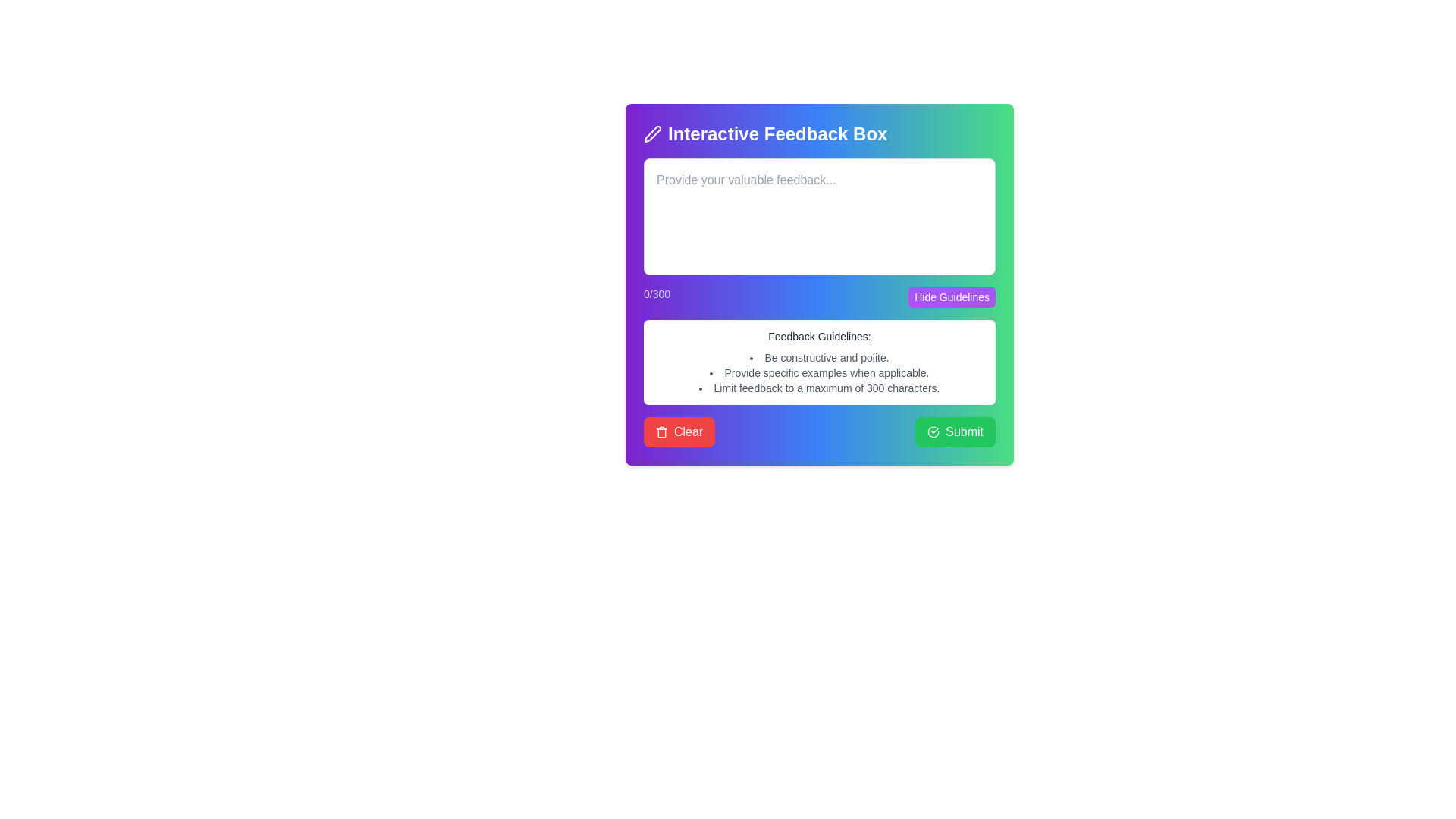  Describe the element at coordinates (818, 388) in the screenshot. I see `the third bullet point in the 'Feedback Guidelines' section that informs users about the character limit for their input` at that location.